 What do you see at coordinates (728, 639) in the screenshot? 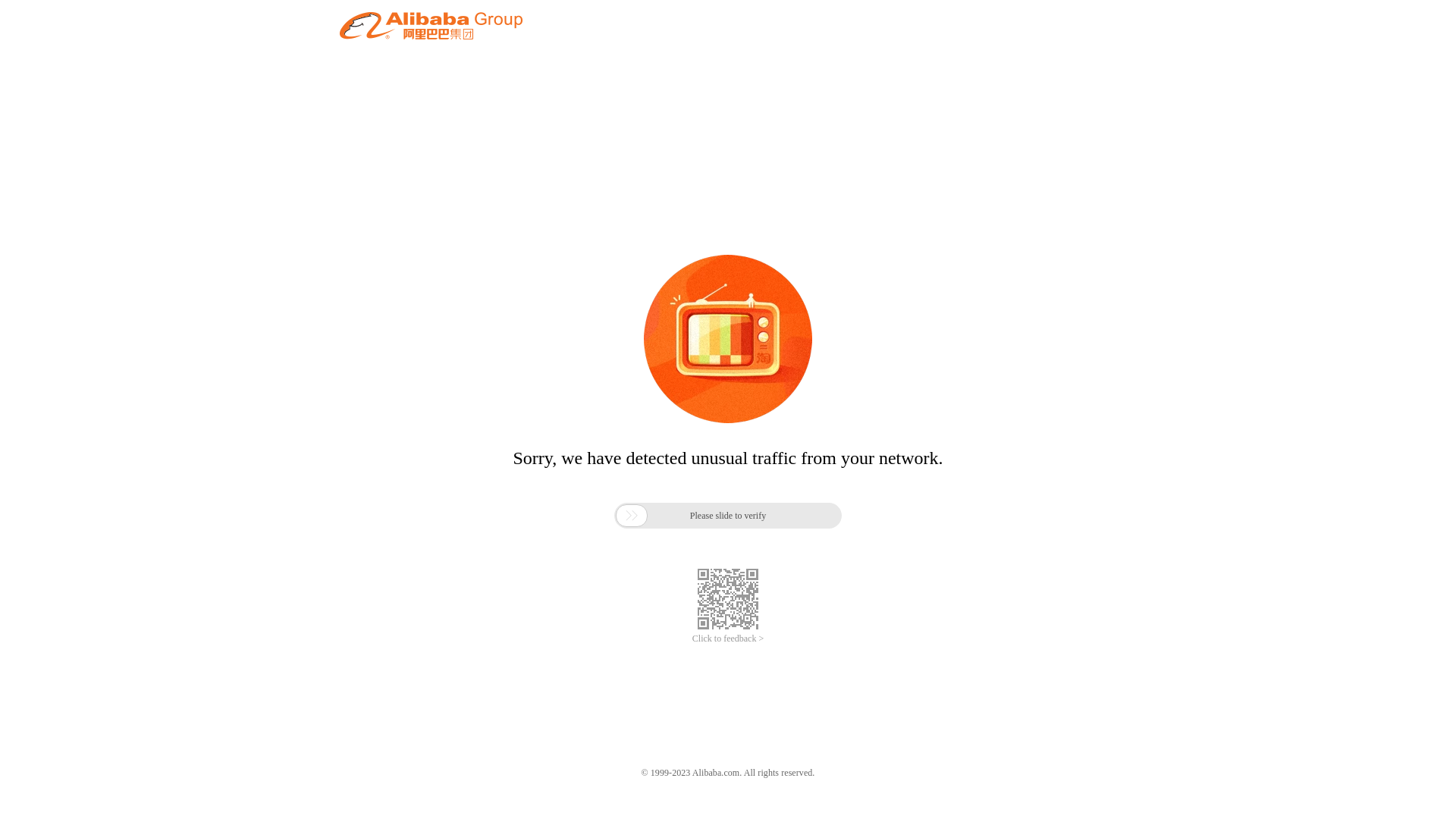
I see `'Click to feedback >'` at bounding box center [728, 639].